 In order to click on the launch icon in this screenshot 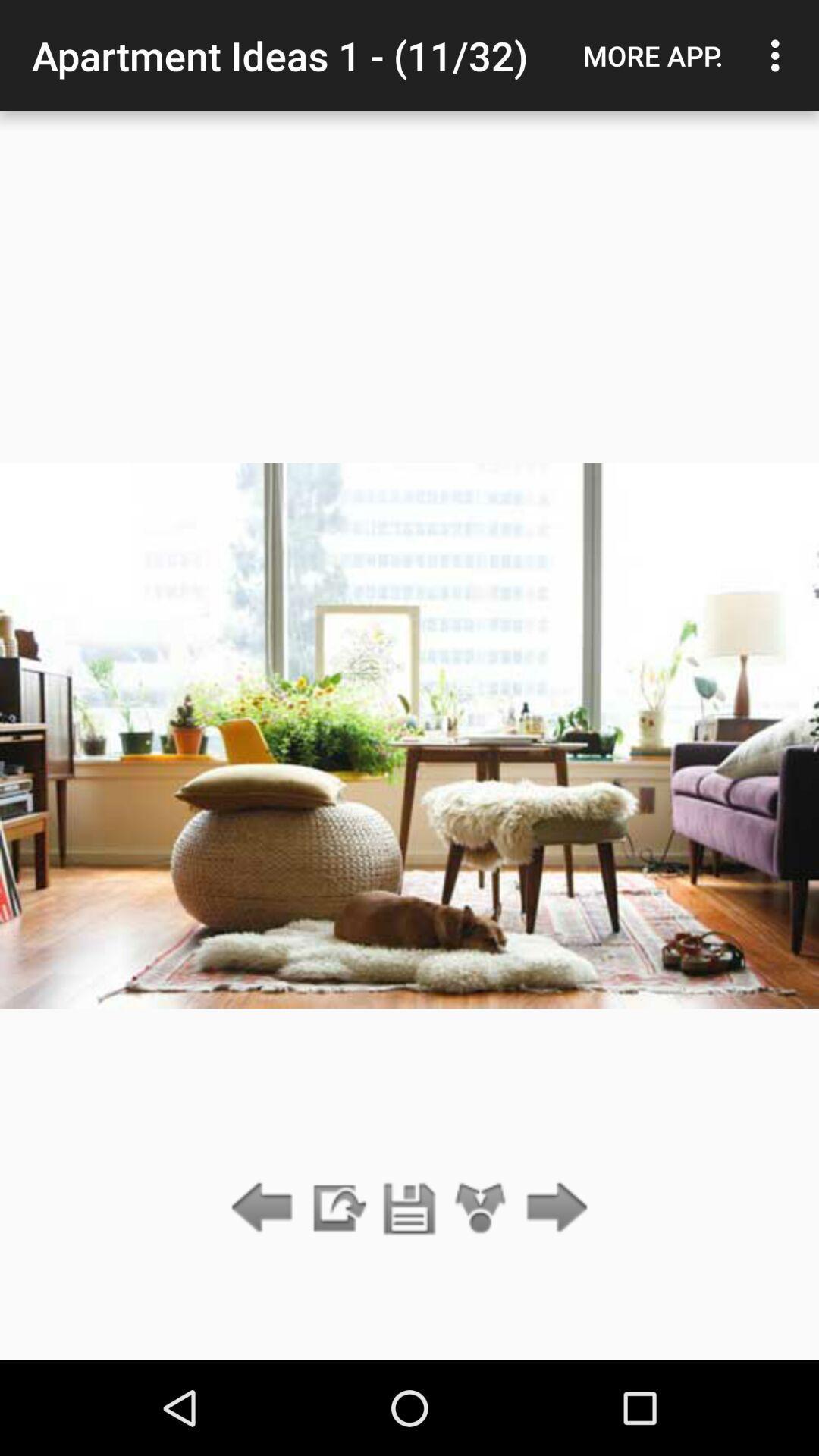, I will do `click(337, 1208)`.